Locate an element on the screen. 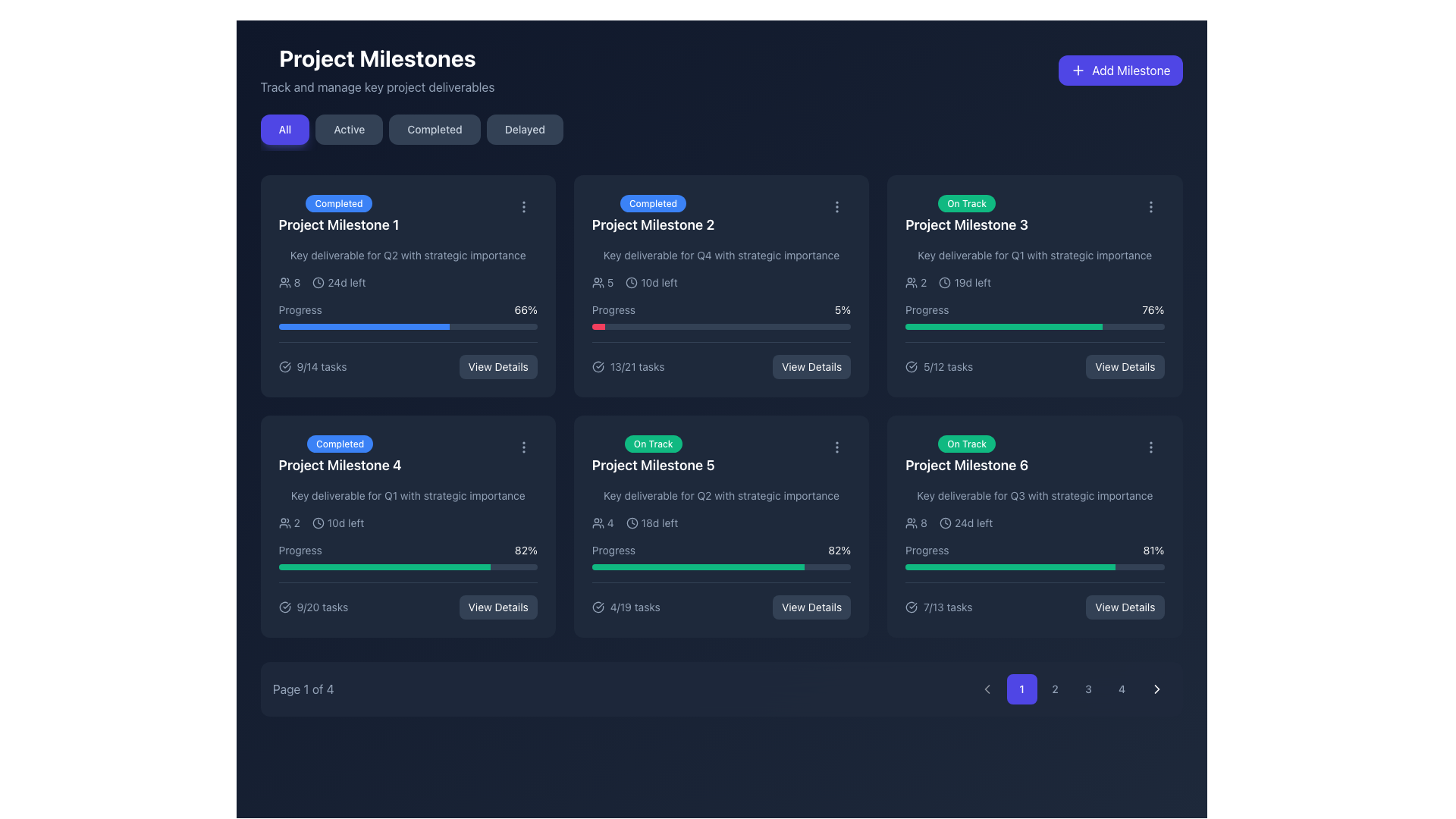  the progress percentage text label located on the right-hand side of the 'Progress' section in the 'Project Milestone 2' card is located at coordinates (842, 309).